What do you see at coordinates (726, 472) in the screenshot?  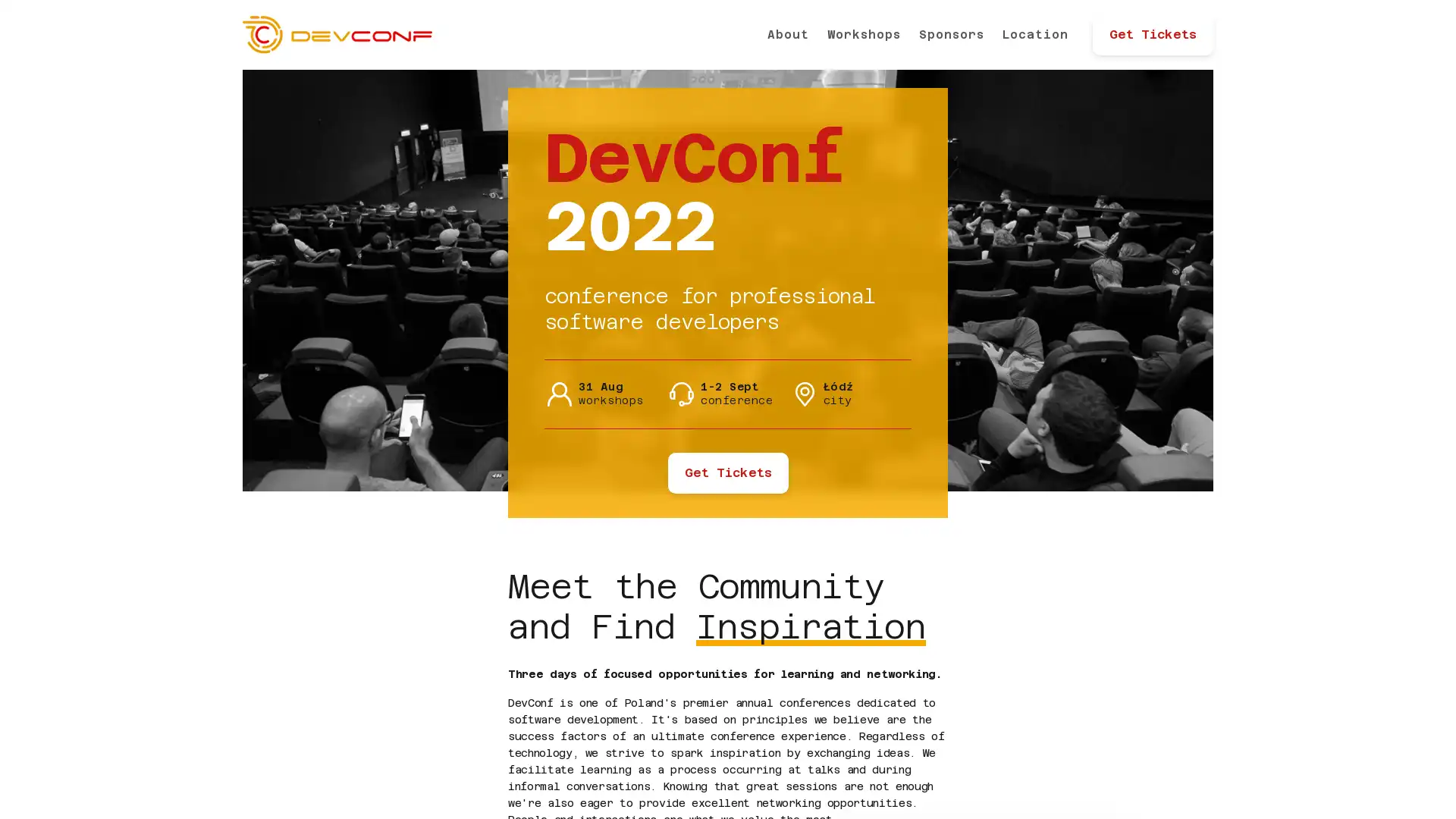 I see `Get Tickets` at bounding box center [726, 472].